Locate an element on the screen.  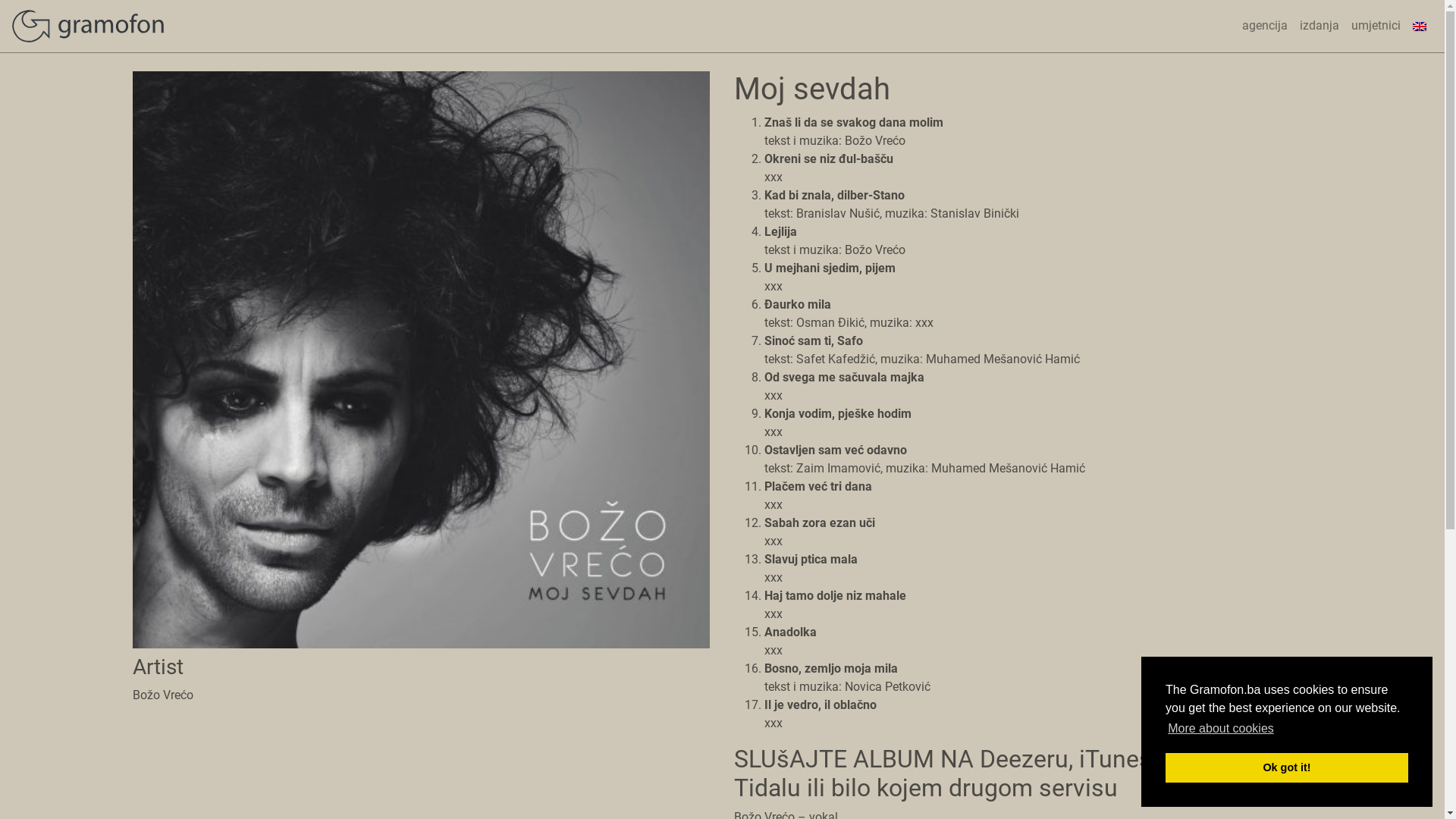
'Ok got it!' is located at coordinates (1286, 767).